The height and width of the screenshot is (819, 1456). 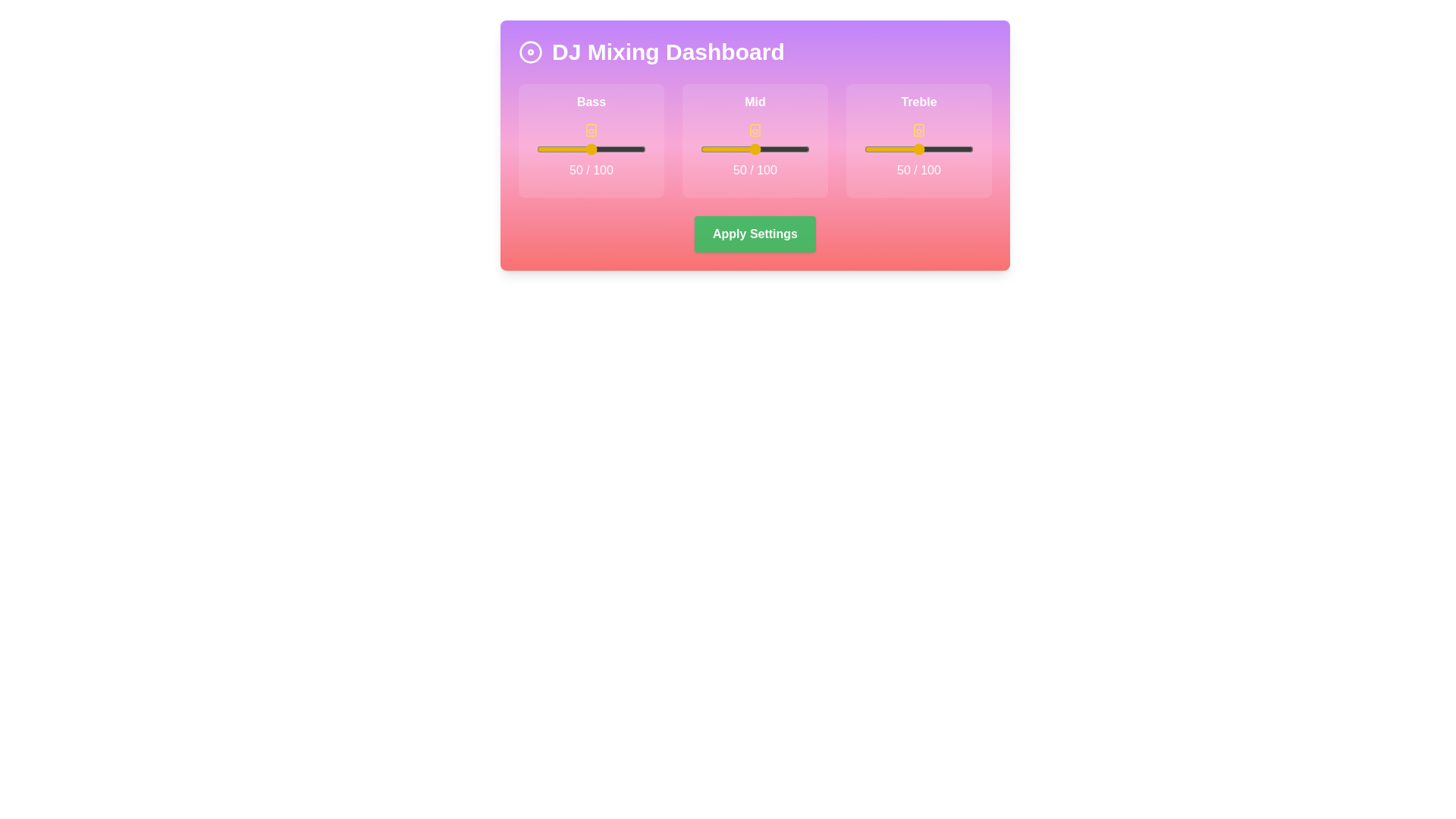 What do you see at coordinates (755, 234) in the screenshot?
I see `the 'Apply Settings' button` at bounding box center [755, 234].